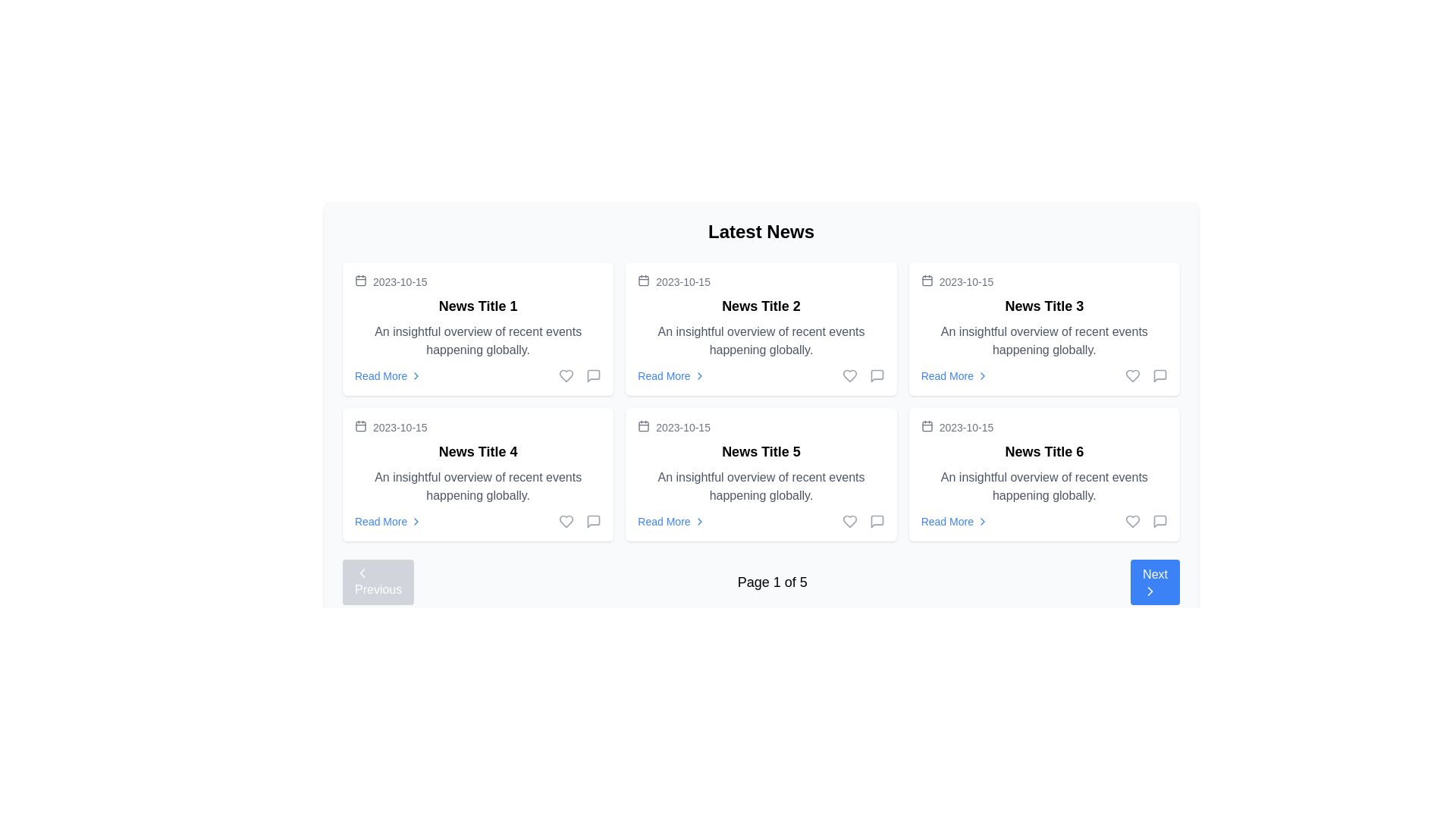  I want to click on highlighted title of the news item displayed in the second card of the news grid layout, located above the descriptive text and below the date label, so click(761, 451).